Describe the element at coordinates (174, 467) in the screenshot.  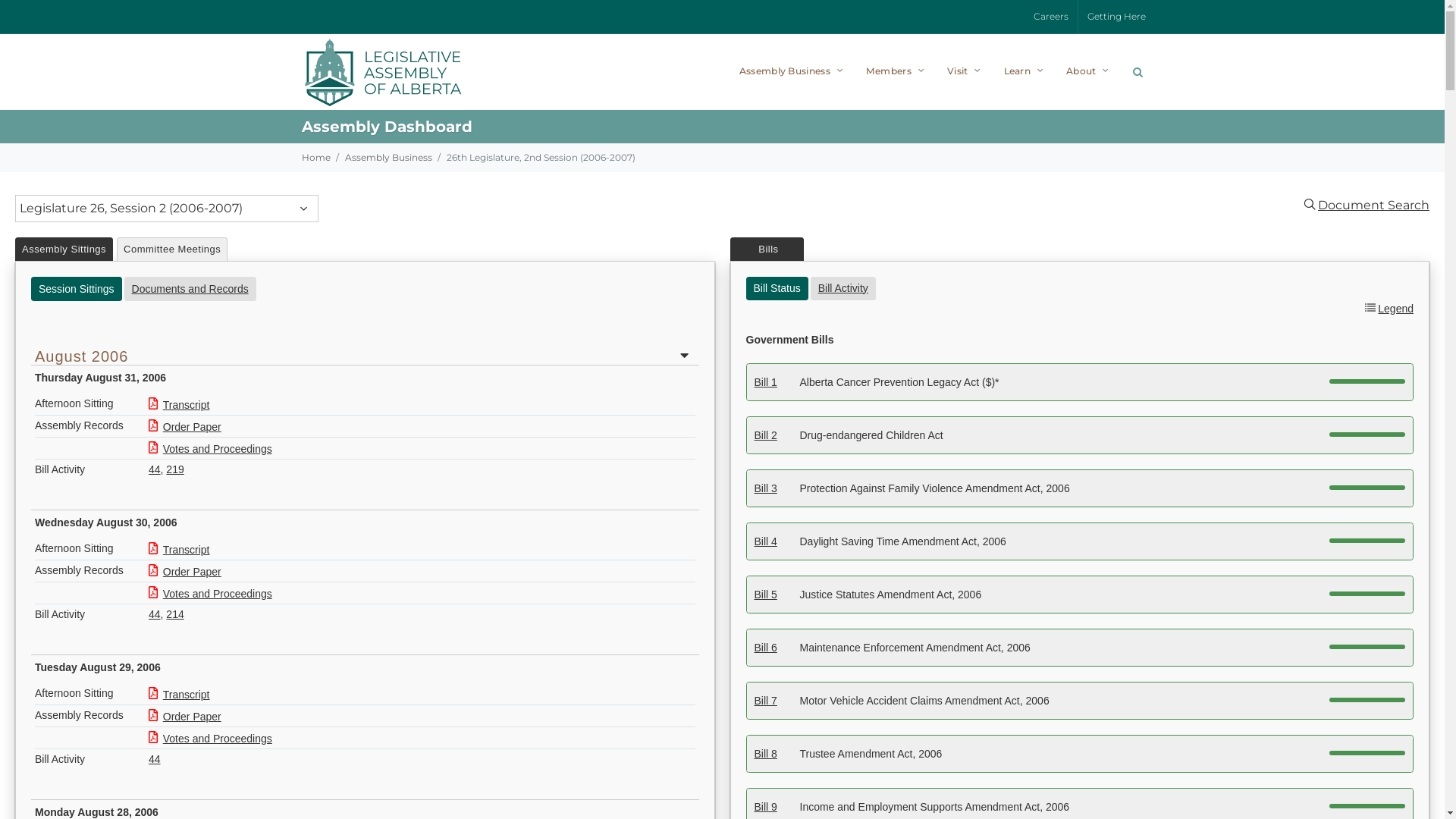
I see `'219'` at that location.